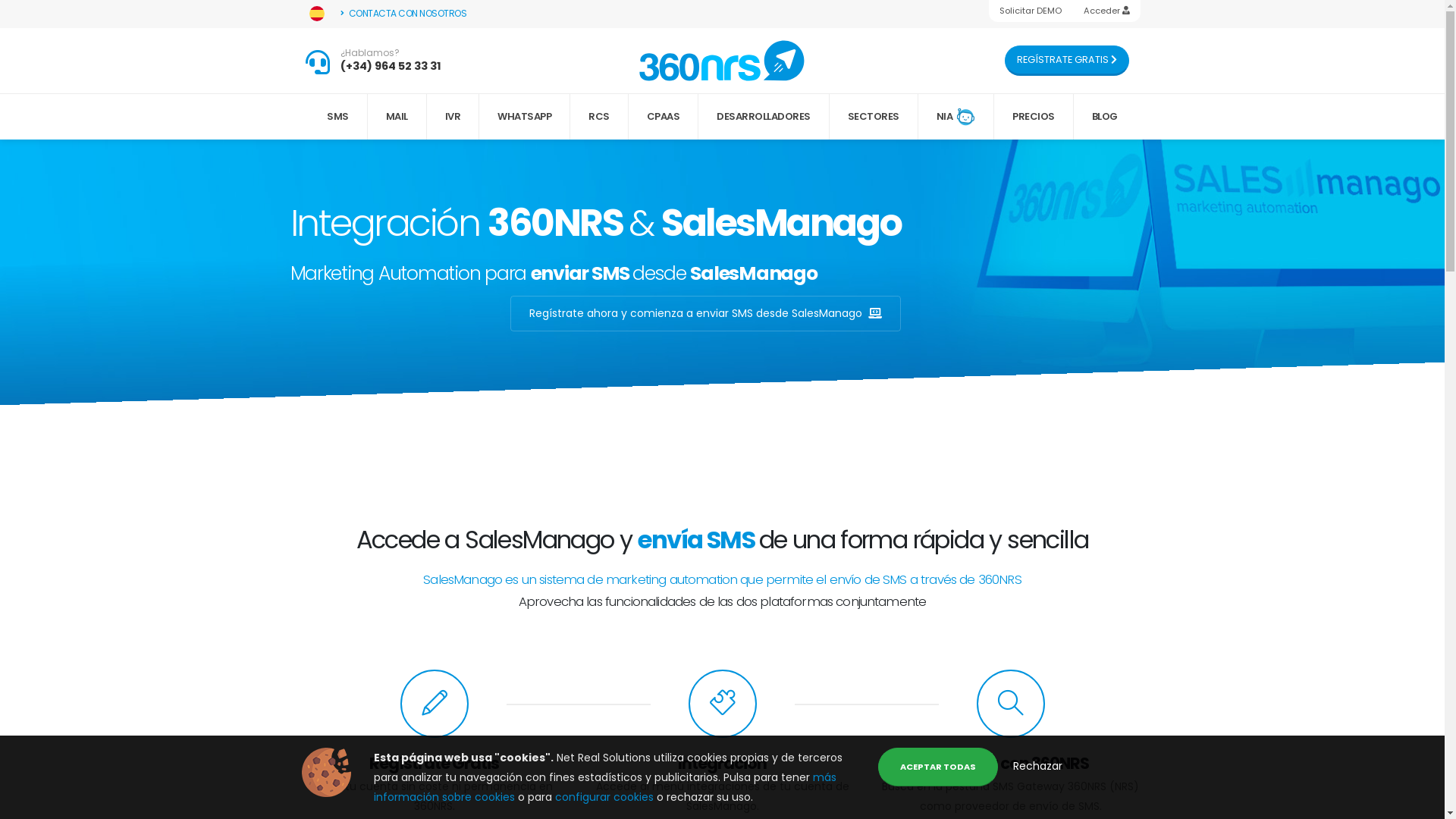  What do you see at coordinates (391, 65) in the screenshot?
I see `'(+34) 964 52 33 31'` at bounding box center [391, 65].